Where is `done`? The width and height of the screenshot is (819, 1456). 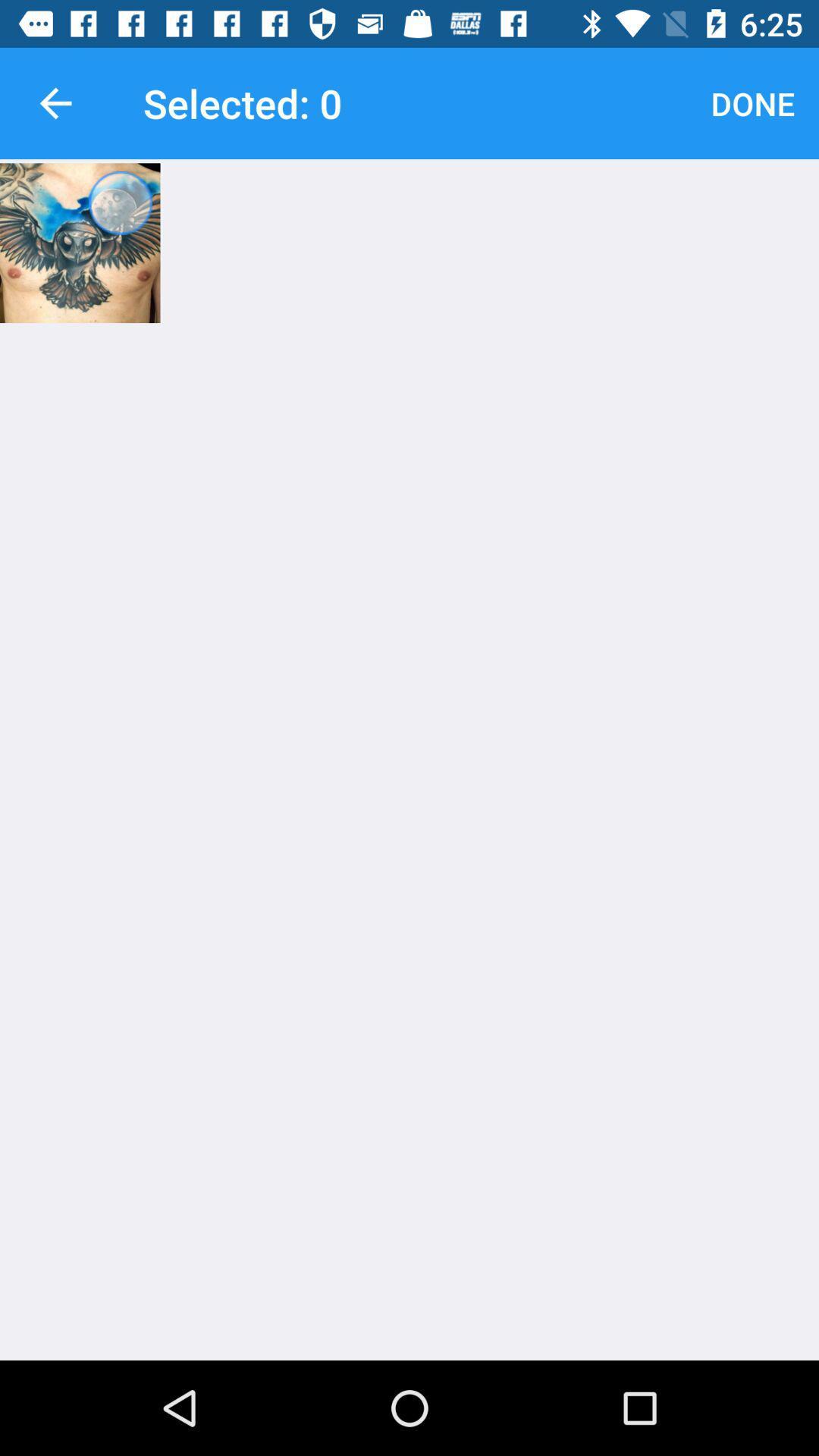 done is located at coordinates (752, 102).